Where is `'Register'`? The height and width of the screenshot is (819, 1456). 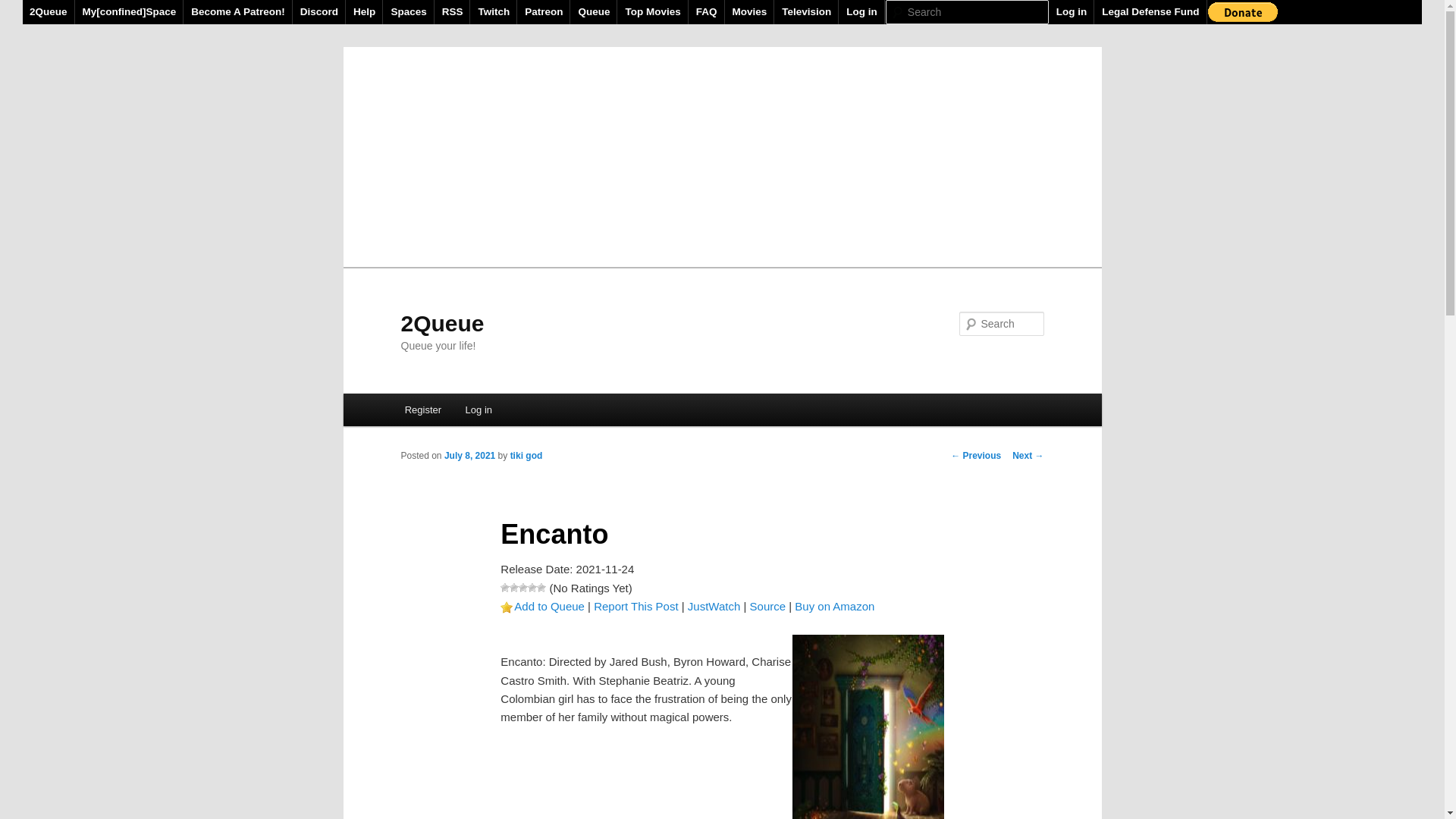
'Register' is located at coordinates (422, 409).